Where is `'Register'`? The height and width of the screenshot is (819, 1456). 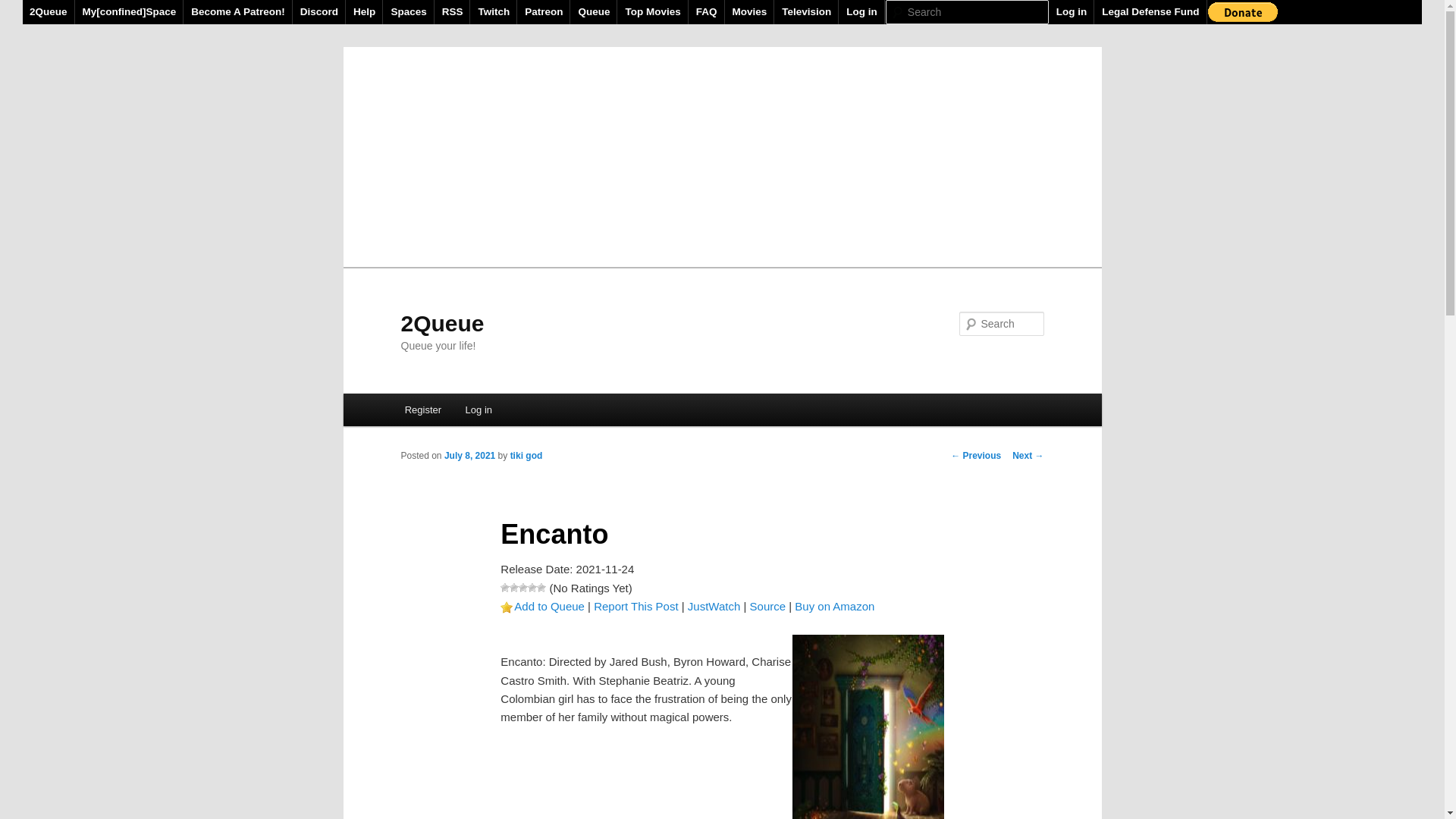
'Register' is located at coordinates (422, 409).